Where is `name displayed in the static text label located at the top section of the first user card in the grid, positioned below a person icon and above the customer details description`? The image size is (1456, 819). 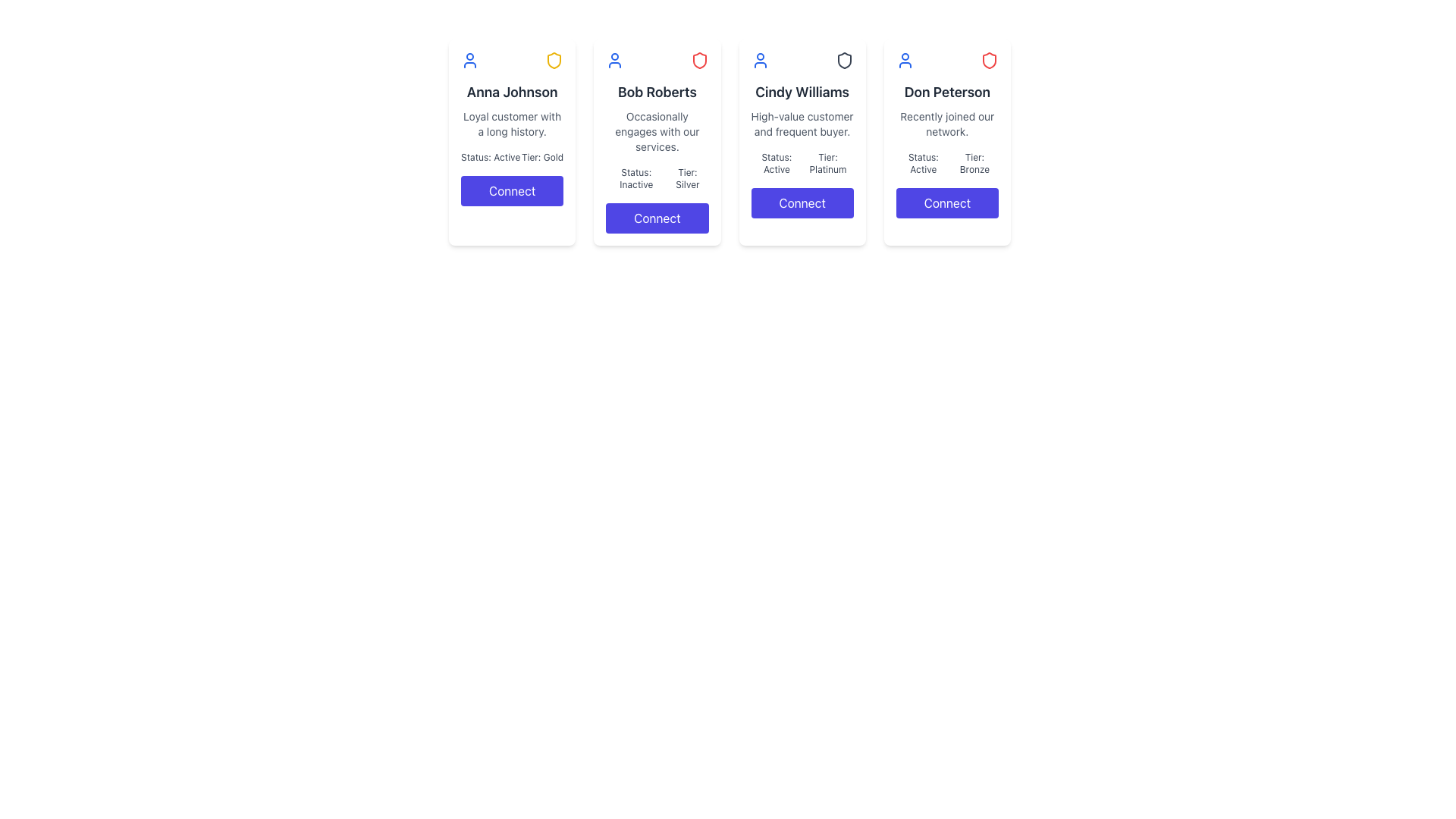
name displayed in the static text label located at the top section of the first user card in the grid, positioned below a person icon and above the customer details description is located at coordinates (512, 93).